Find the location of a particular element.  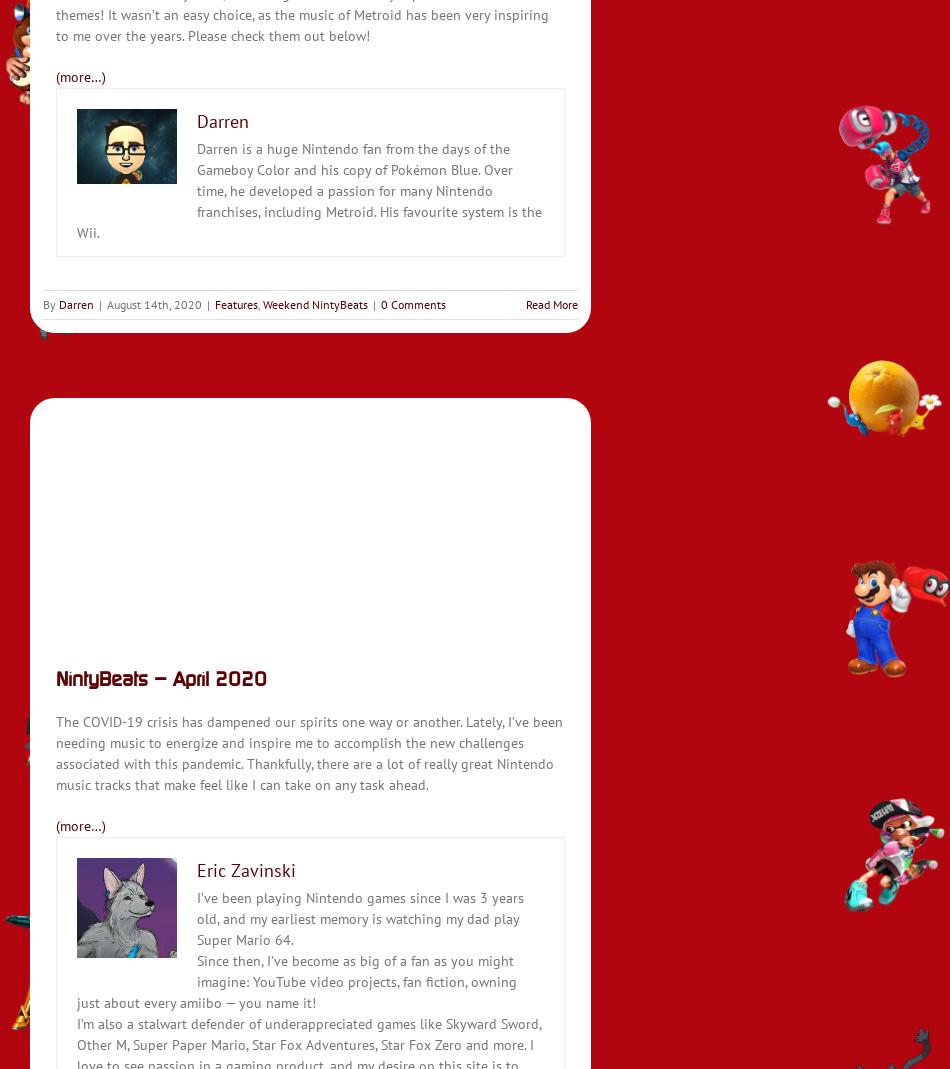

'0 Comments' is located at coordinates (412, 302).